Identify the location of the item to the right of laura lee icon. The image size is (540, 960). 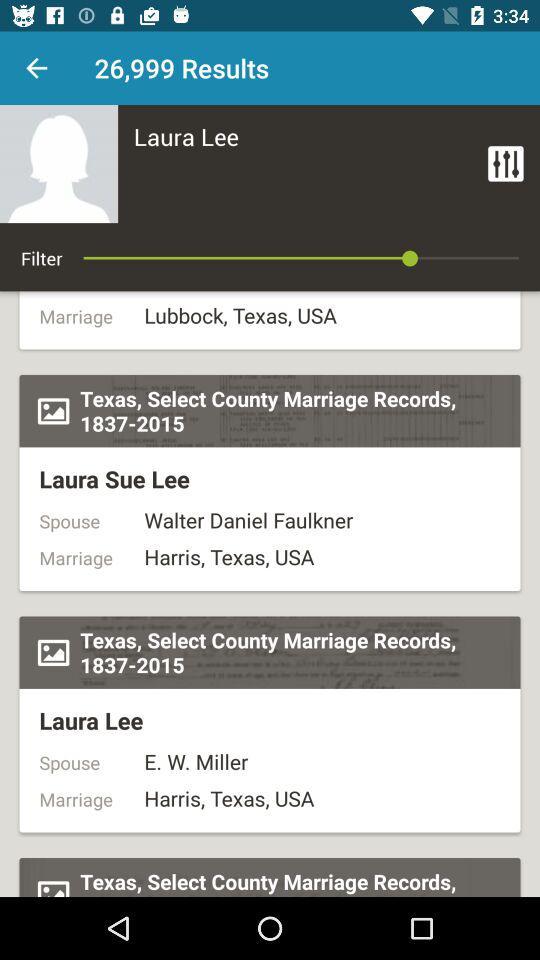
(504, 162).